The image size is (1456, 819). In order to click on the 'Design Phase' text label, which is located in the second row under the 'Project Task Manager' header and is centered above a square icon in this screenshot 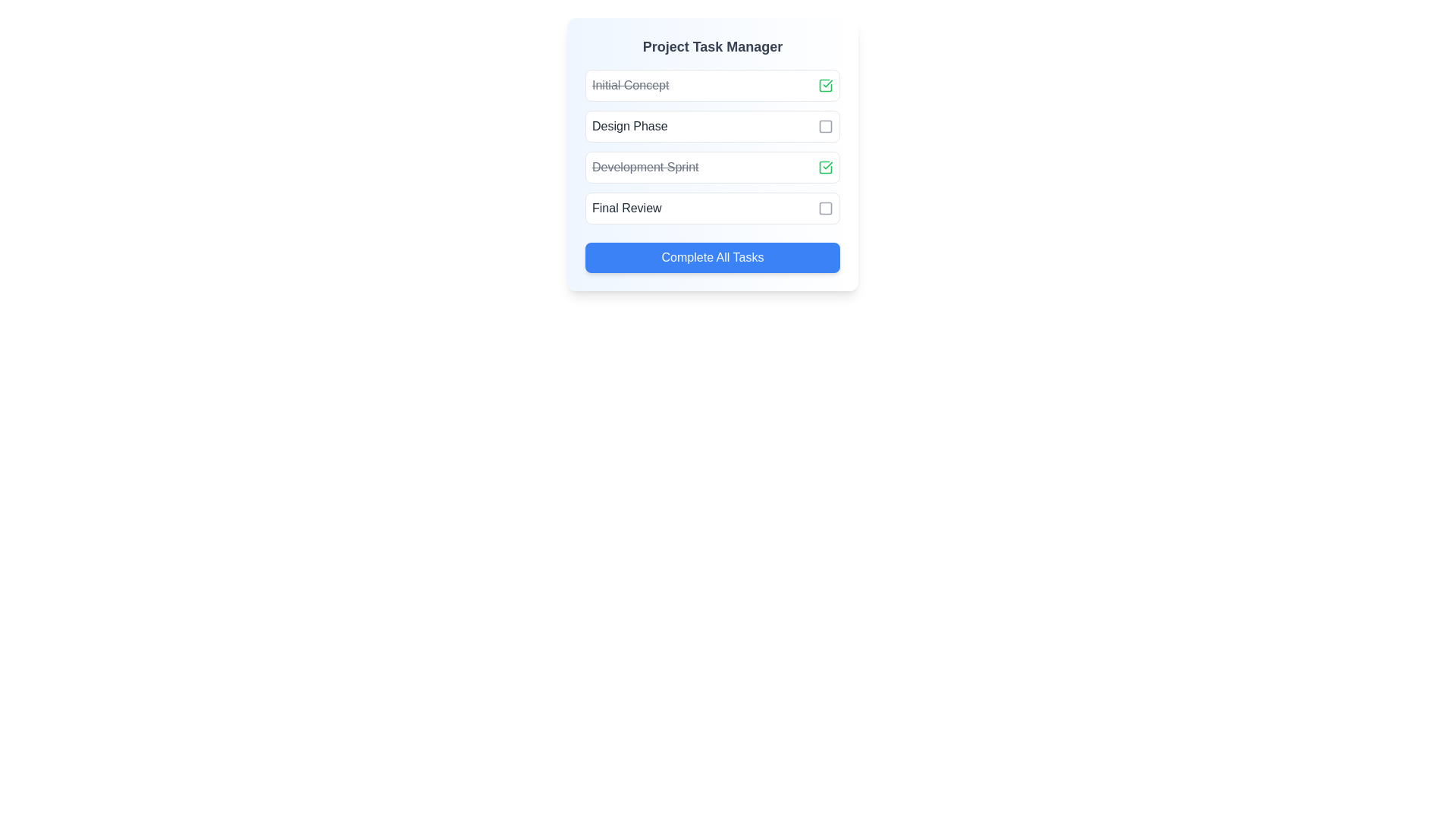, I will do `click(629, 125)`.